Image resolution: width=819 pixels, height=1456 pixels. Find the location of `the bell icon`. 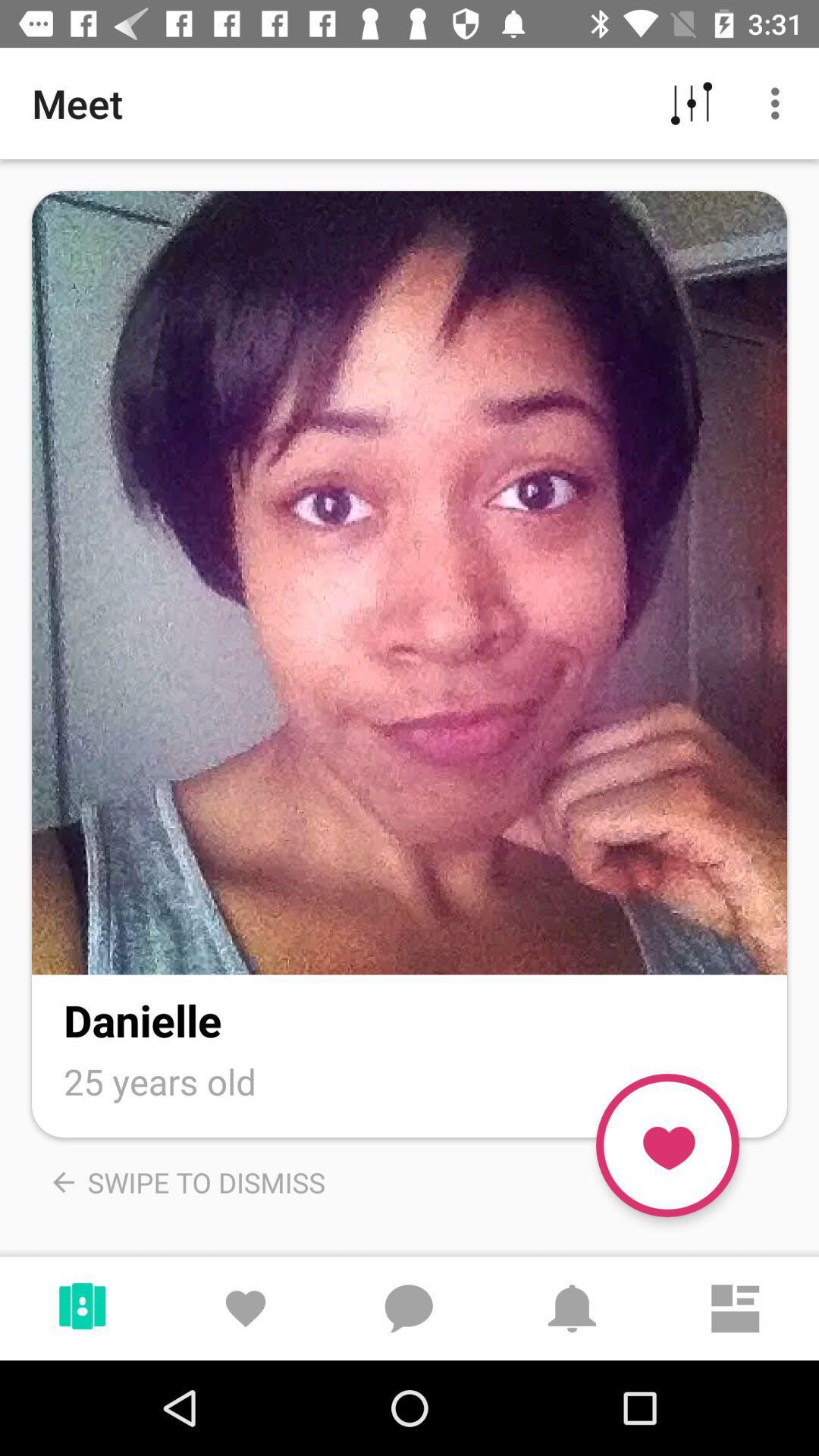

the bell icon is located at coordinates (572, 1299).